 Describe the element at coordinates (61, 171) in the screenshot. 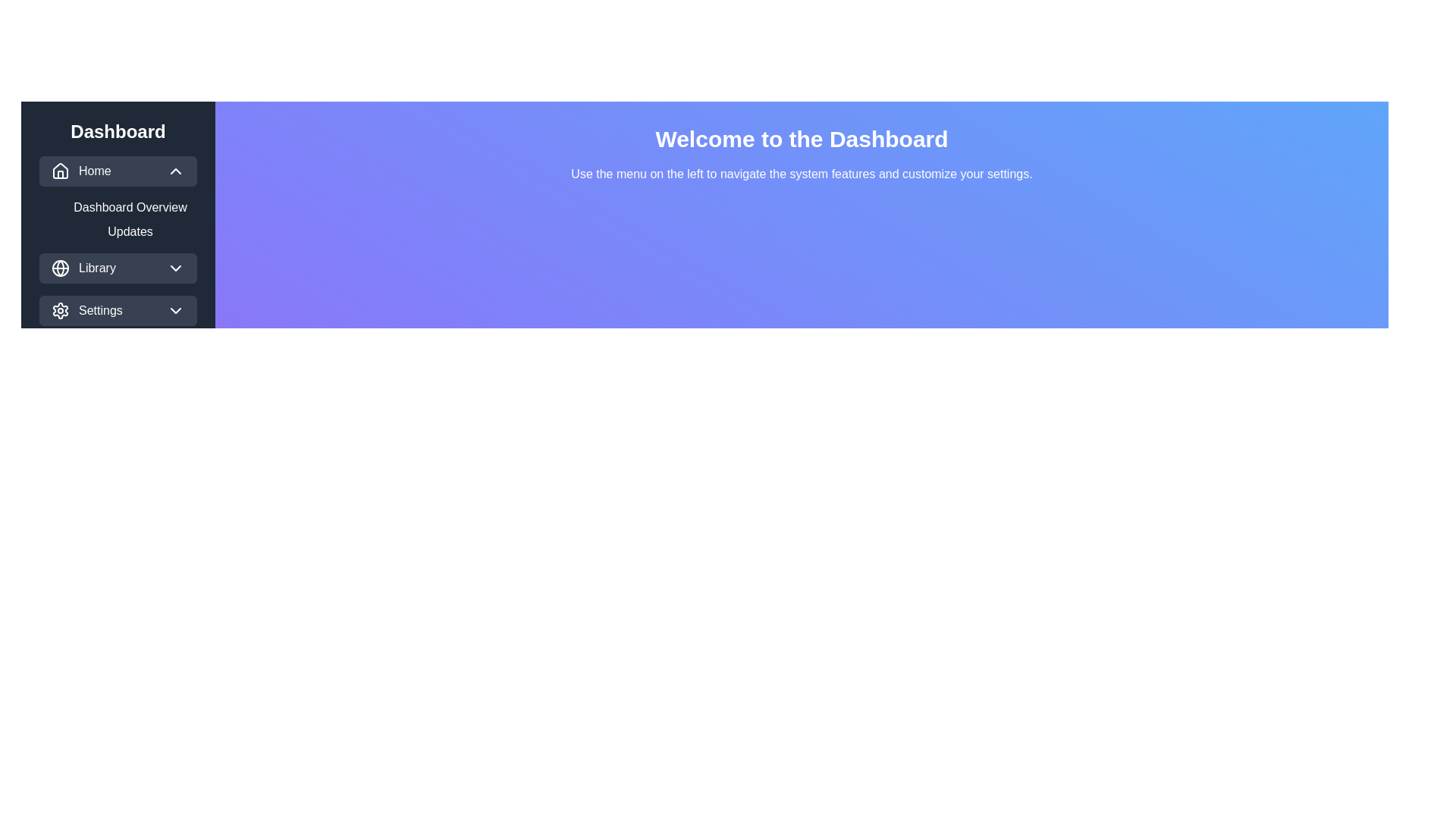

I see `the house-shaped icon visually located at the top of the menu section, aligned to the left of the 'Home' button text` at that location.